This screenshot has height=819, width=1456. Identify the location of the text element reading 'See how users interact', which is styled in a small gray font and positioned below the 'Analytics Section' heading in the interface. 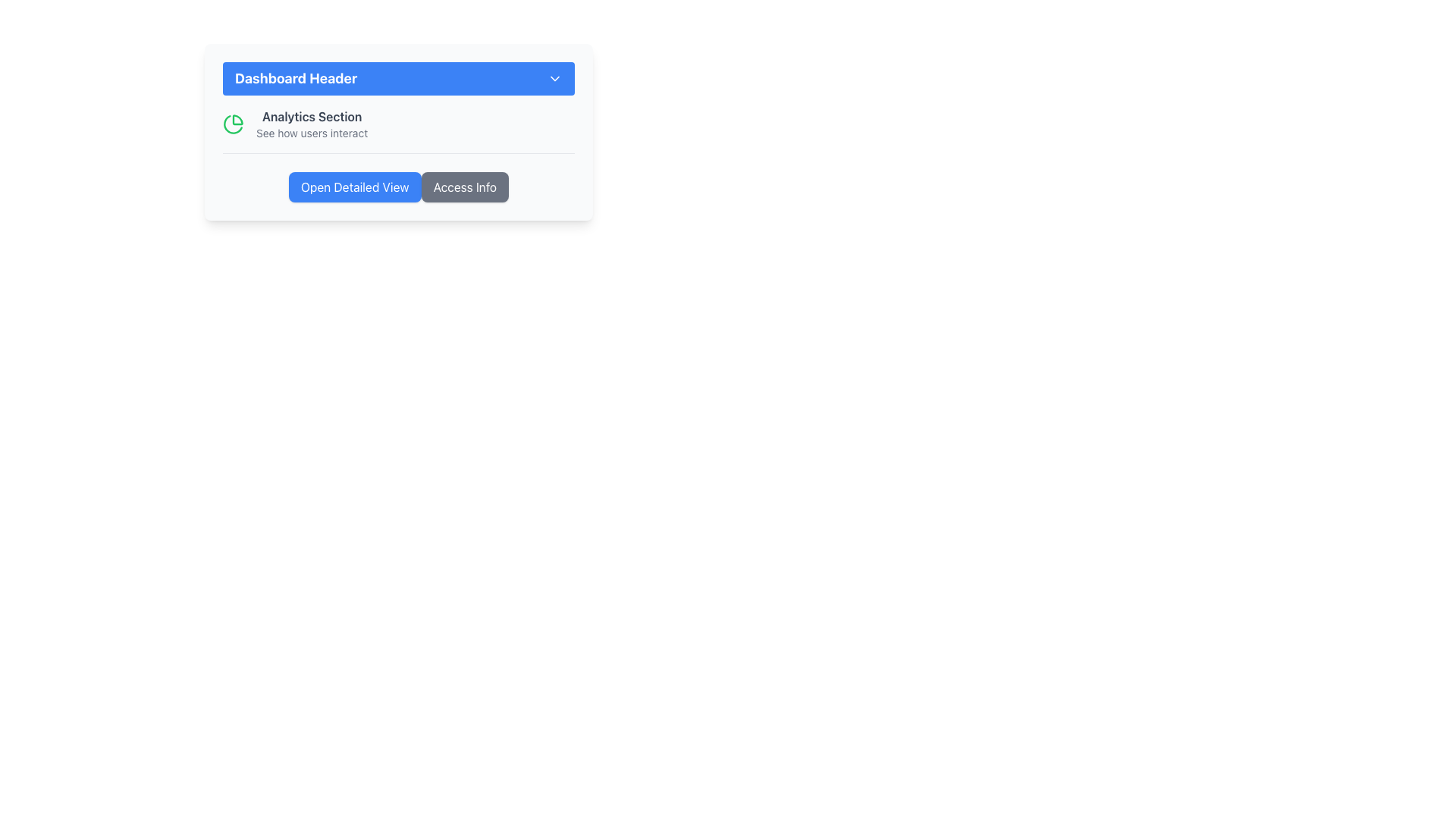
(311, 133).